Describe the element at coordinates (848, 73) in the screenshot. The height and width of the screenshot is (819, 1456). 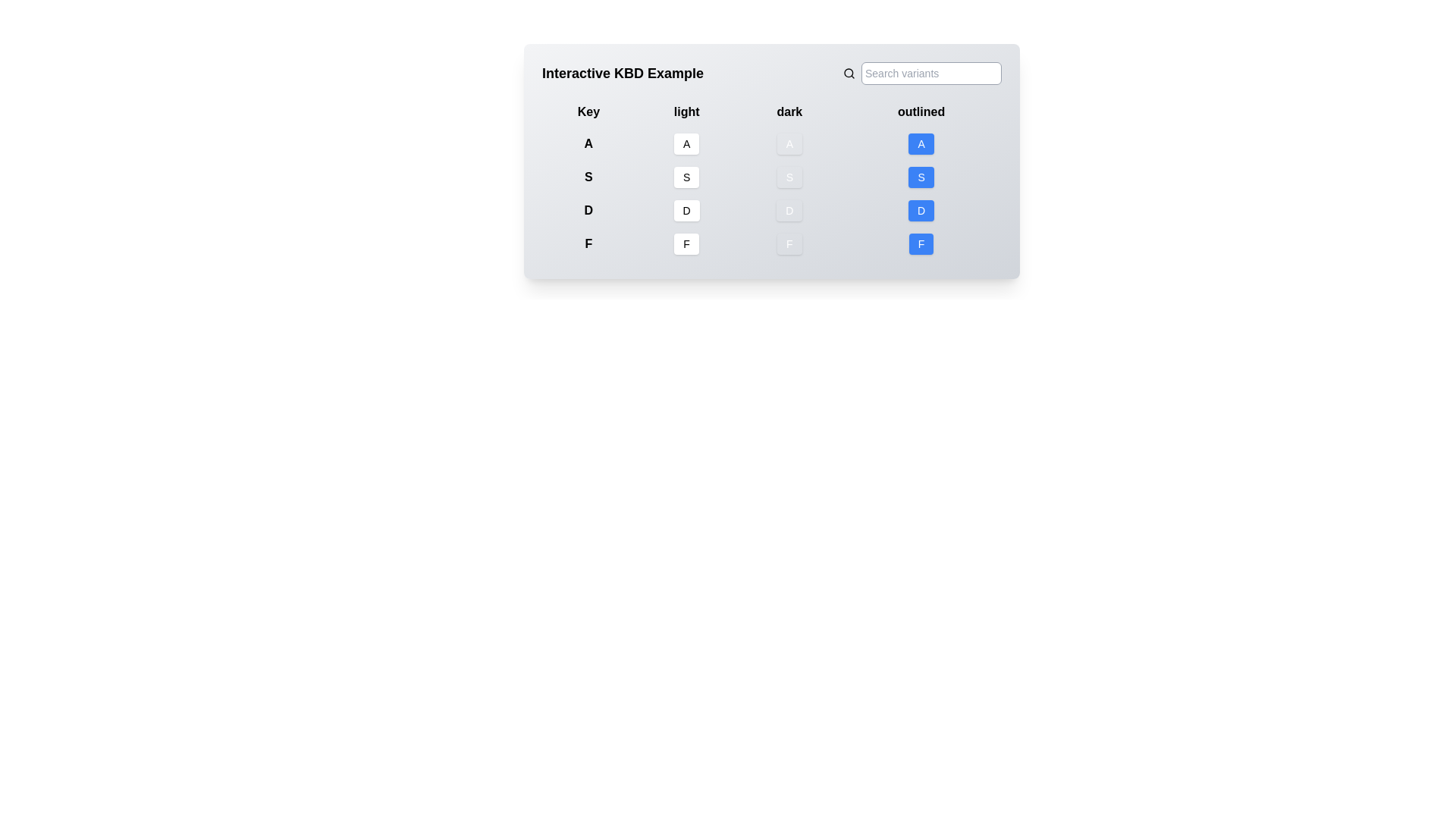
I see `the magnifying glass icon located immediately to the left of the 'Search variants' input field` at that location.